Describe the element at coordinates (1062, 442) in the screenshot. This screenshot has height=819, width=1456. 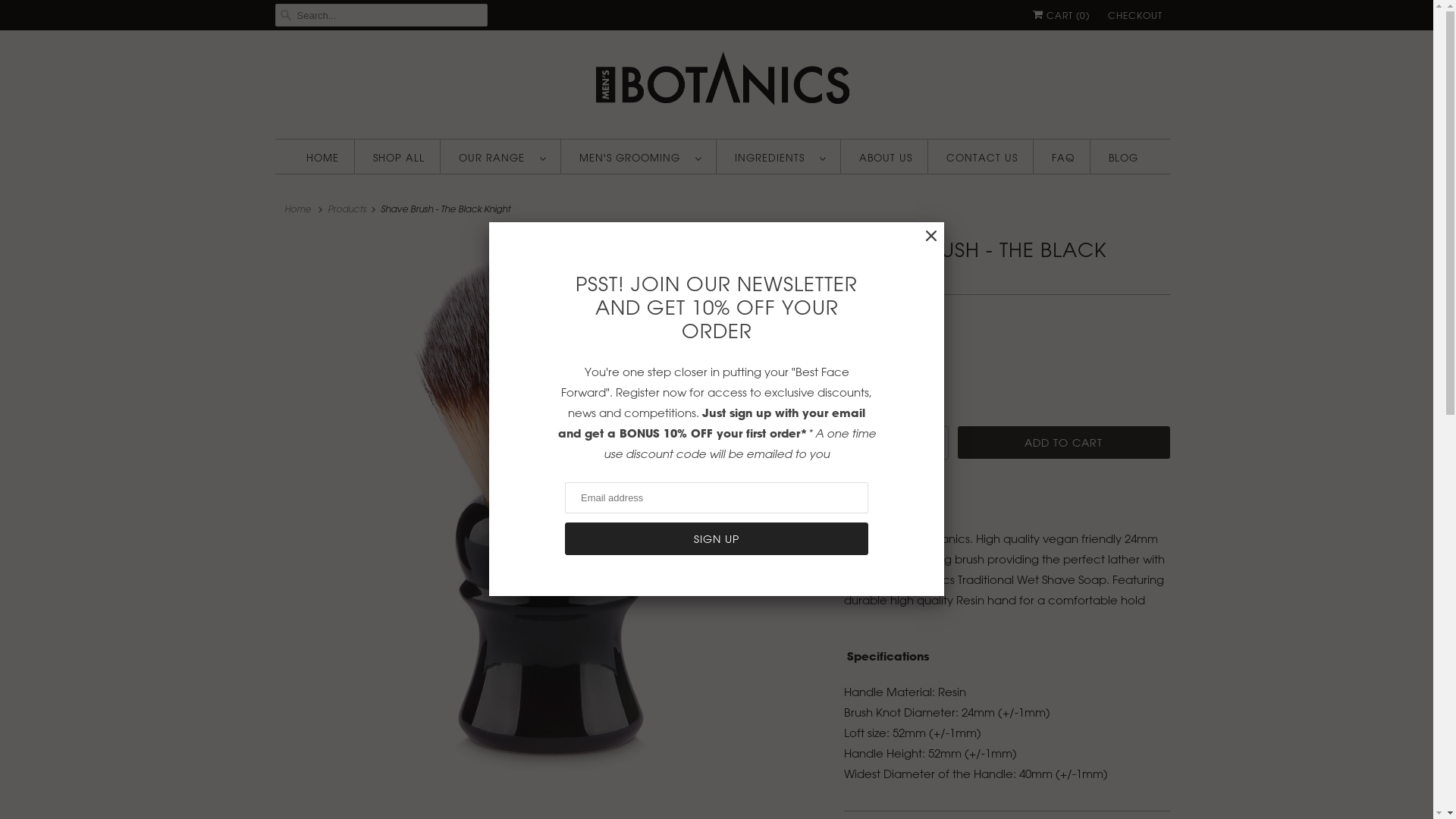
I see `'ADD TO CART'` at that location.